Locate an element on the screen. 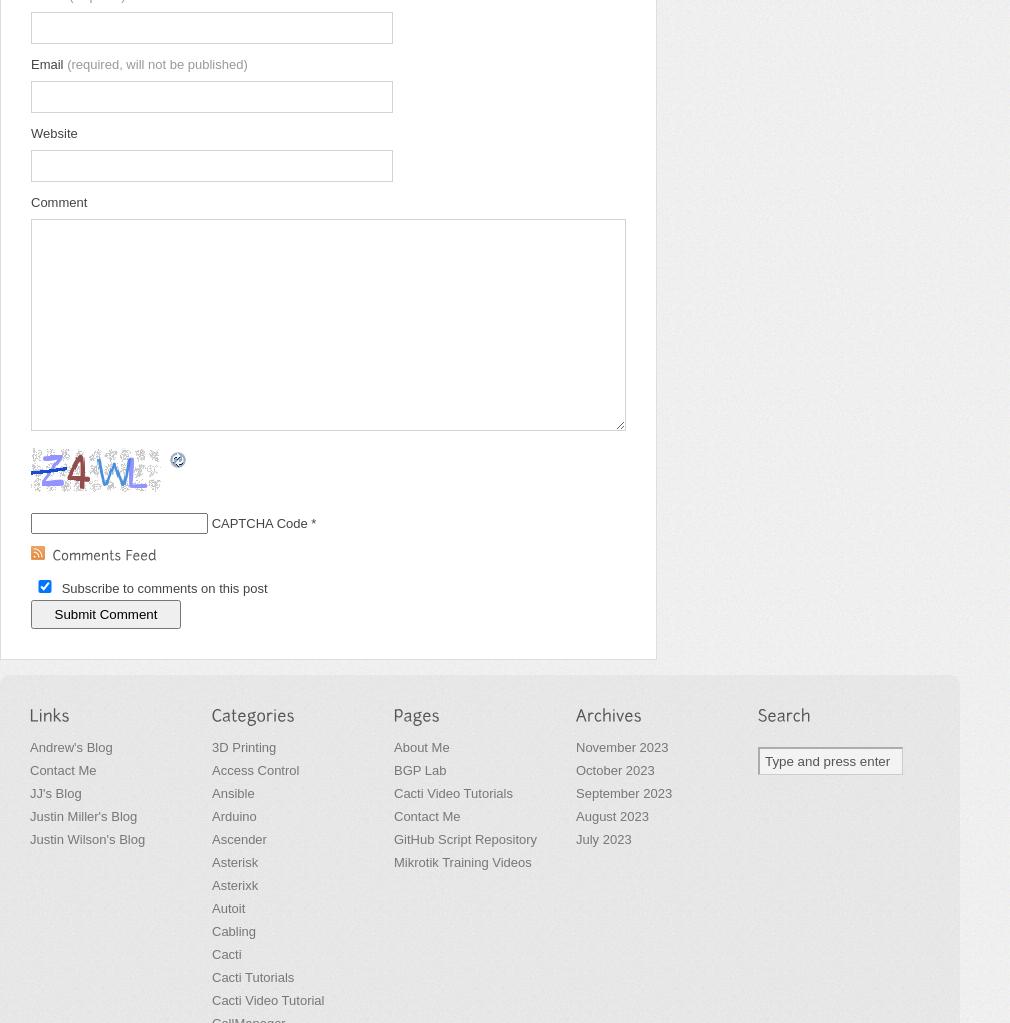  '(required, will not be published)' is located at coordinates (65, 63).